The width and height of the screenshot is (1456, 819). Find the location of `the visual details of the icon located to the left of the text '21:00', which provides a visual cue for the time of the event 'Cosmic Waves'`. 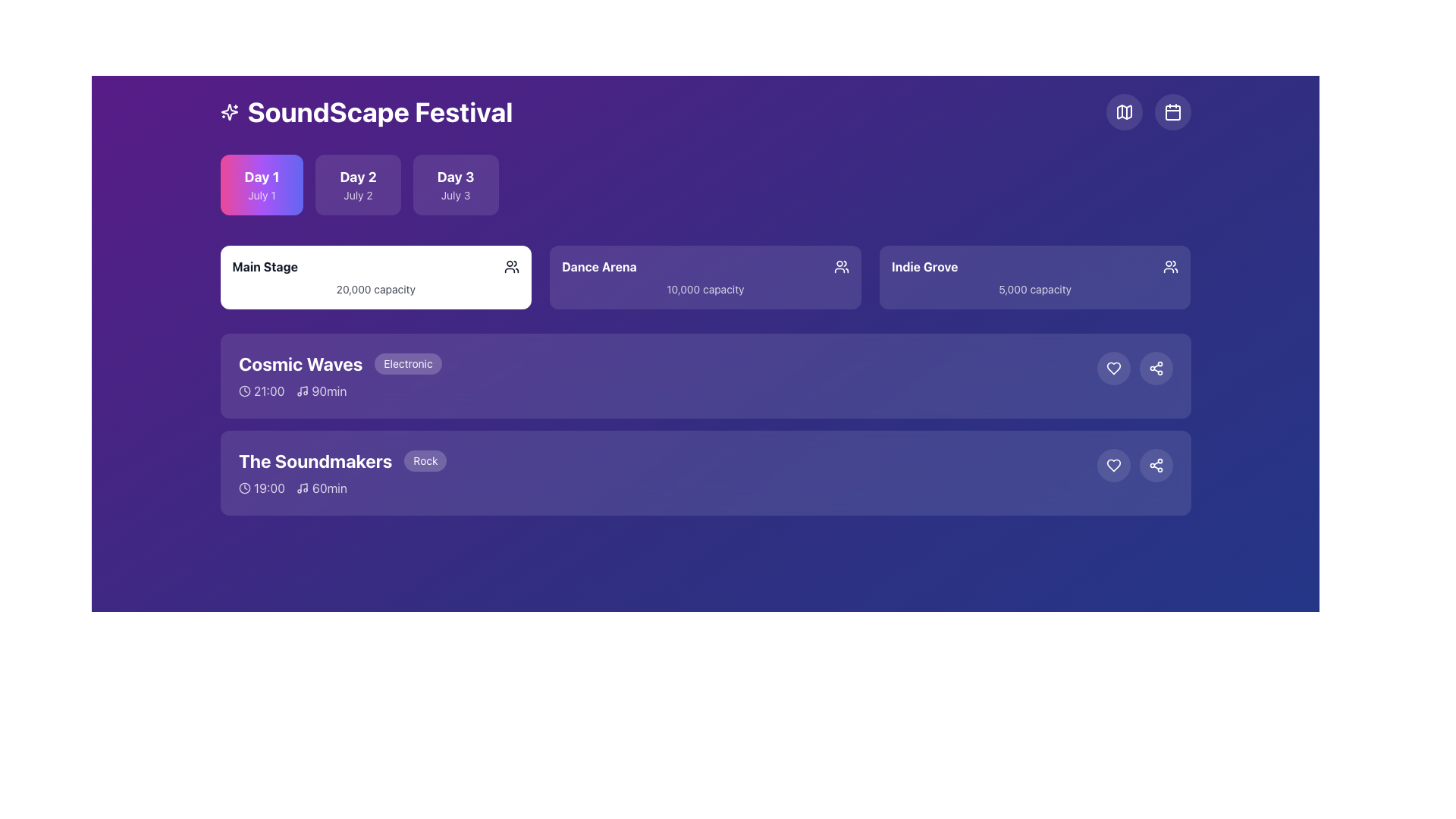

the visual details of the icon located to the left of the text '21:00', which provides a visual cue for the time of the event 'Cosmic Waves' is located at coordinates (244, 391).